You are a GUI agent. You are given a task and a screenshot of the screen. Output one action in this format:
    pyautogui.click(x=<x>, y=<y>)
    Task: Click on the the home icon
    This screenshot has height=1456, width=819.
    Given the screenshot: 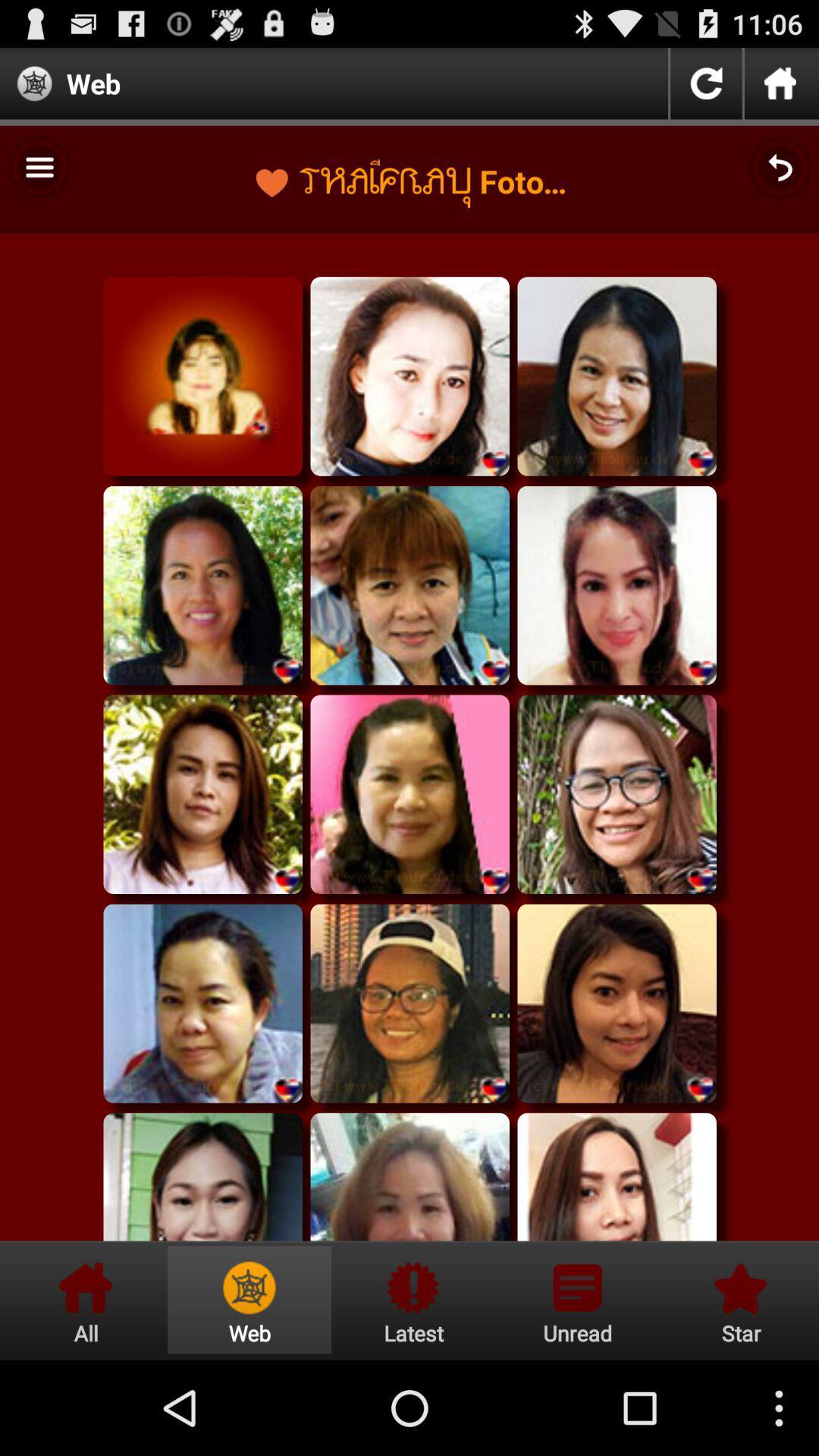 What is the action you would take?
    pyautogui.click(x=780, y=89)
    